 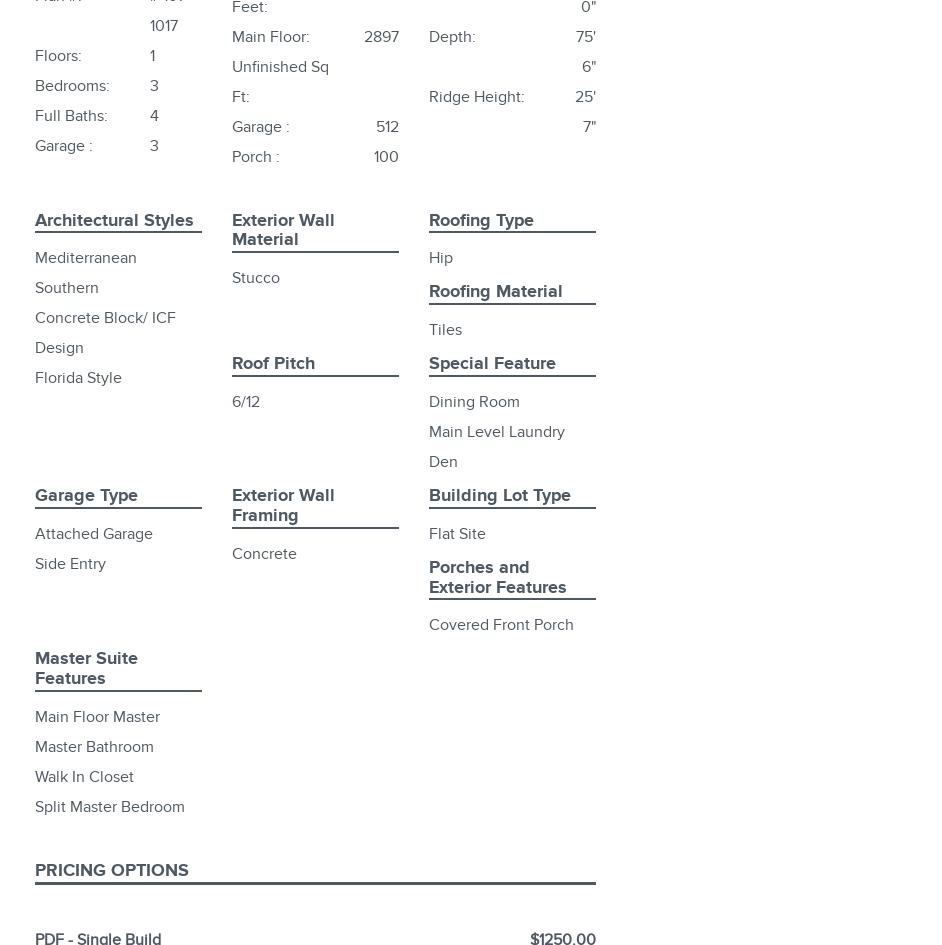 I want to click on 'Tiles', so click(x=444, y=329).